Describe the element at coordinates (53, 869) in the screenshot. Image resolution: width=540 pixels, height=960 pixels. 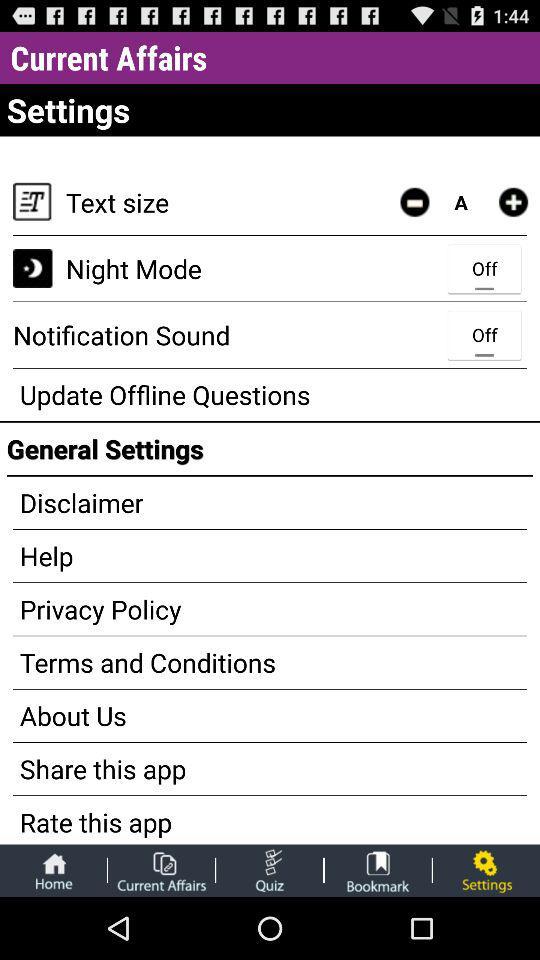
I see `home screen` at that location.